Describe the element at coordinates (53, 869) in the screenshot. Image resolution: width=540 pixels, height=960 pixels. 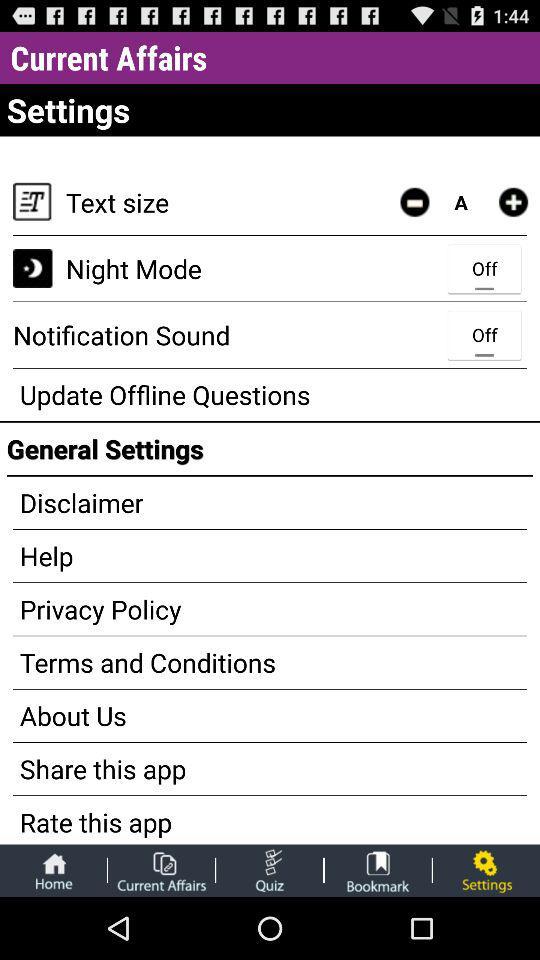
I see `home screen` at that location.